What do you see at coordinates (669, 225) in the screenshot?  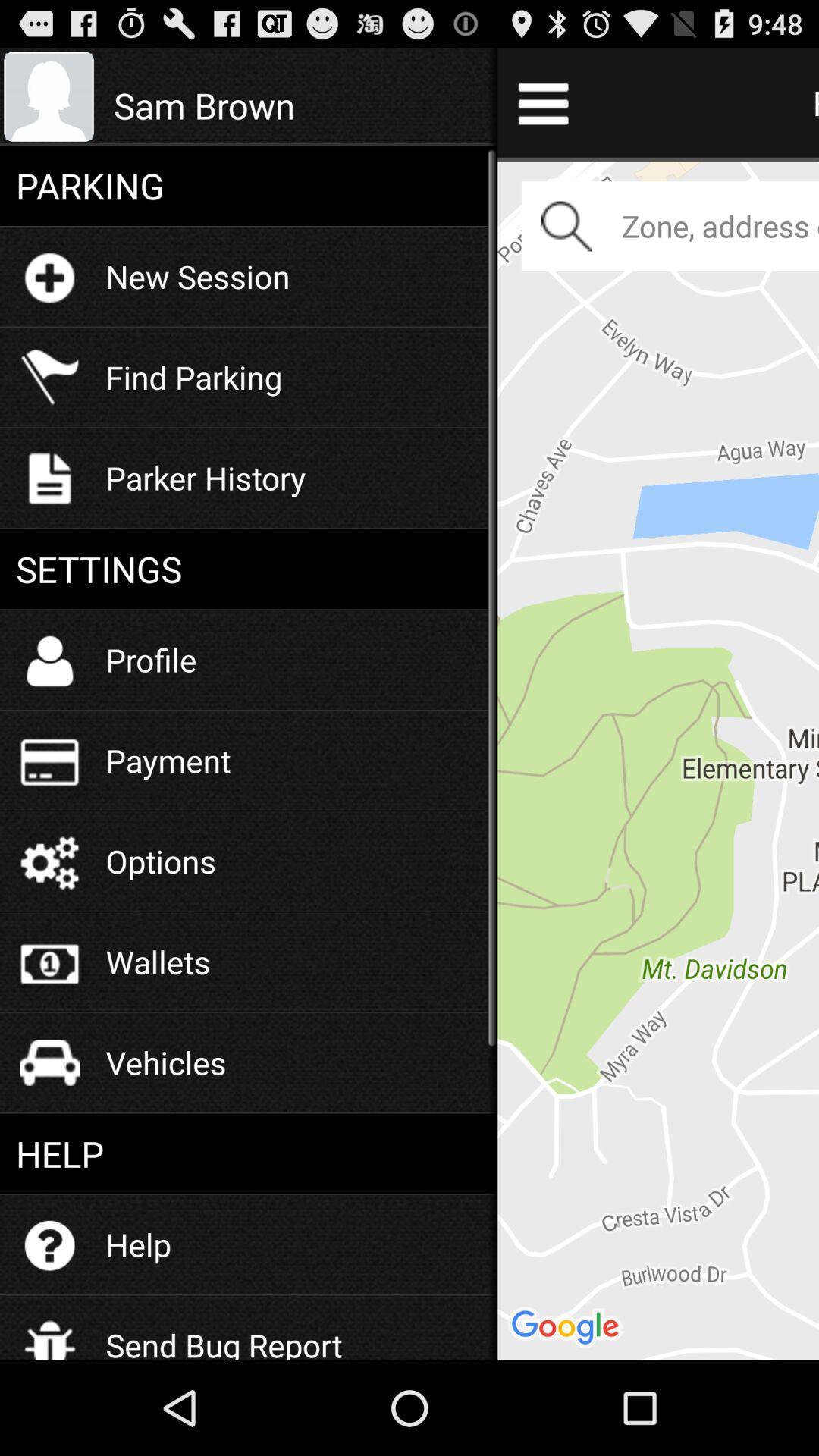 I see `the zoneaddress` at bounding box center [669, 225].